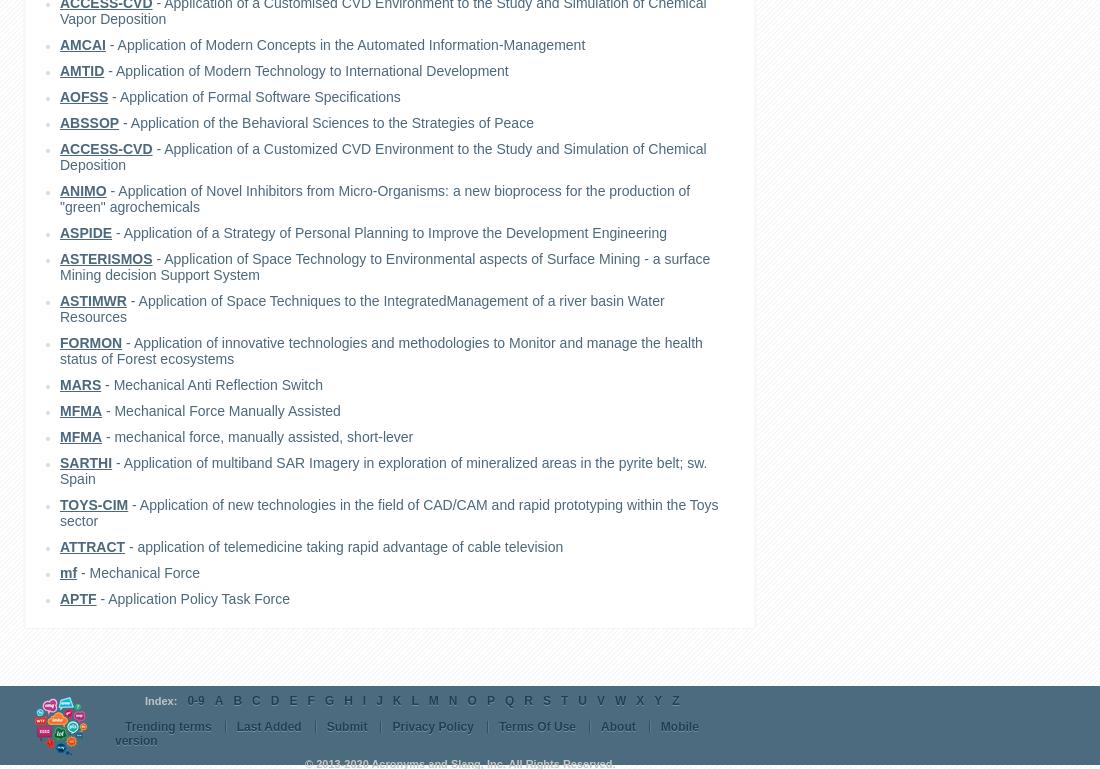 The image size is (1100, 769). I want to click on 'P', so click(490, 701).